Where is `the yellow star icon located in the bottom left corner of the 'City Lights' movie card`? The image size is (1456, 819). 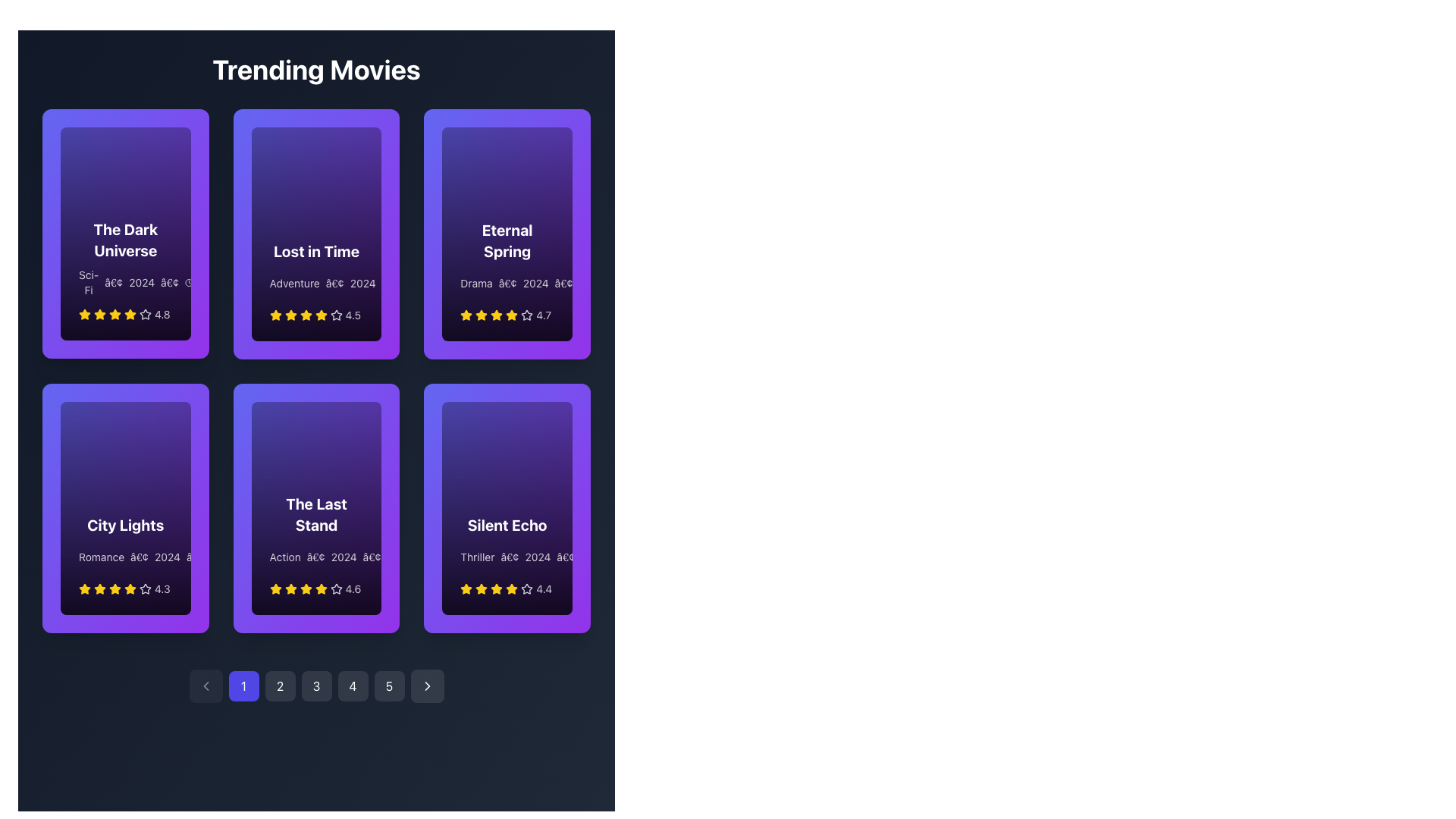
the yellow star icon located in the bottom left corner of the 'City Lights' movie card is located at coordinates (83, 588).